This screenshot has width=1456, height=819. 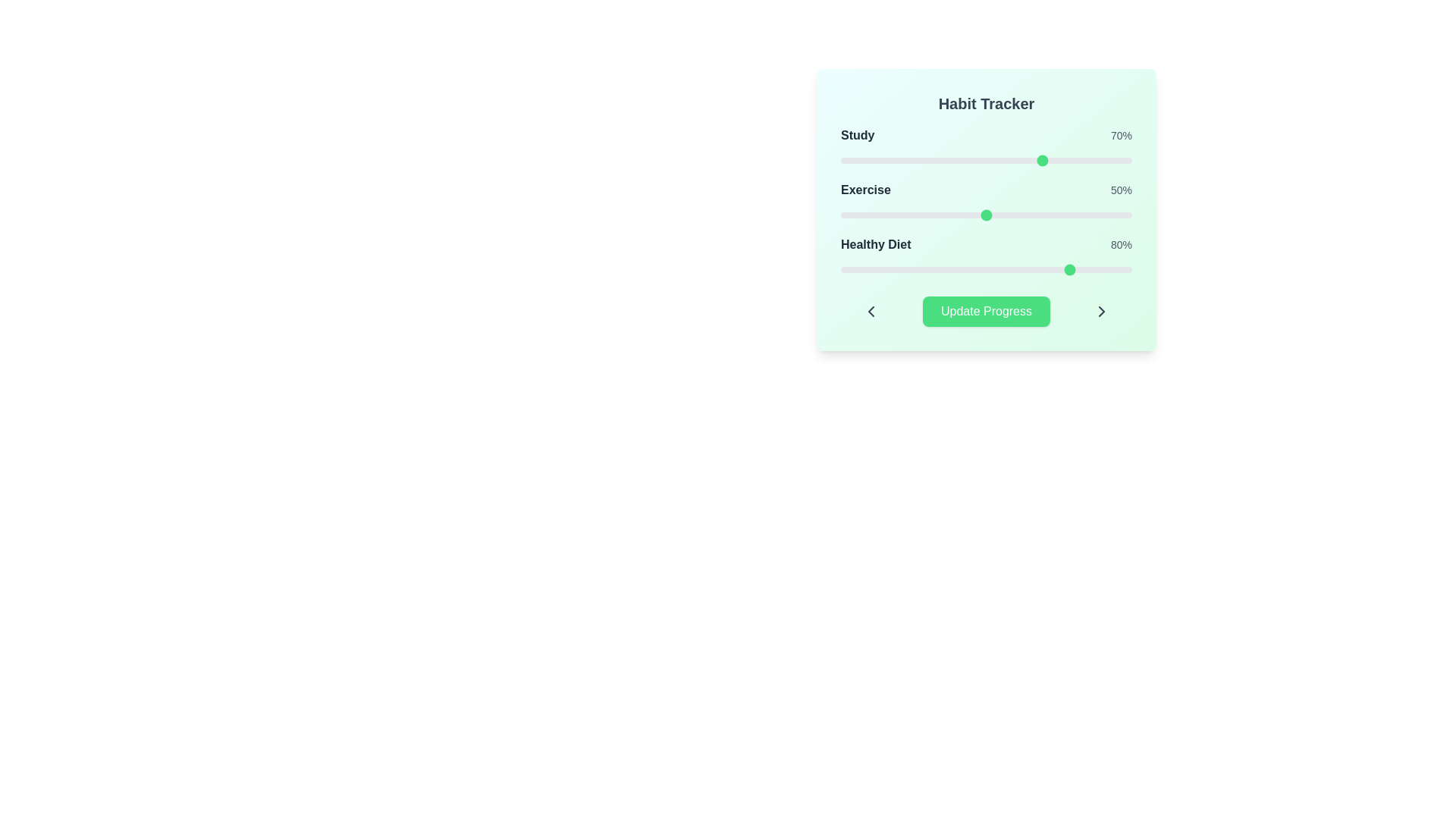 I want to click on the 'Update Progress' button, so click(x=986, y=311).